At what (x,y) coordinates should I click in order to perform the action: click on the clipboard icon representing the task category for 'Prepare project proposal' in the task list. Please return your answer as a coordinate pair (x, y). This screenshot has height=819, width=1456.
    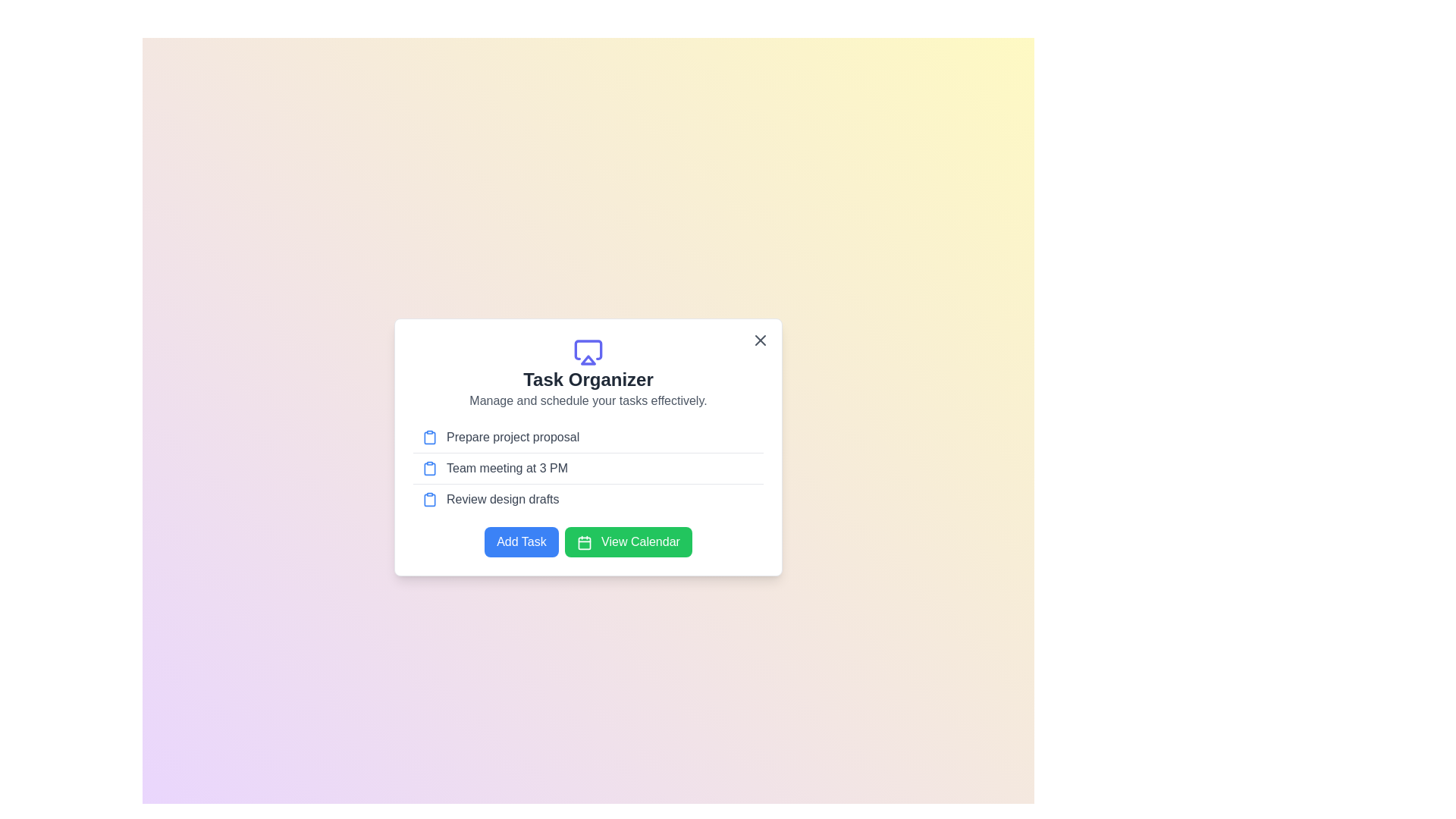
    Looking at the image, I should click on (428, 438).